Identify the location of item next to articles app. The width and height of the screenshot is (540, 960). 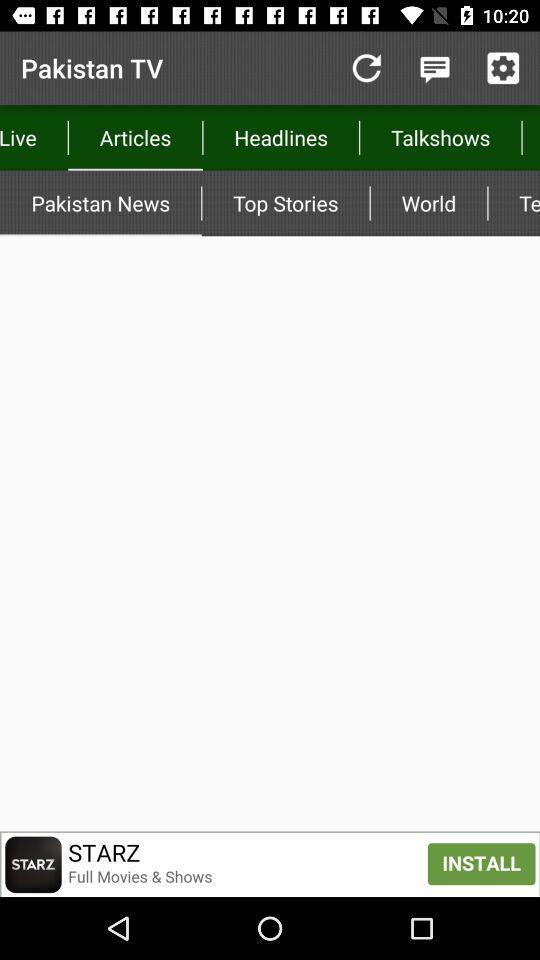
(365, 68).